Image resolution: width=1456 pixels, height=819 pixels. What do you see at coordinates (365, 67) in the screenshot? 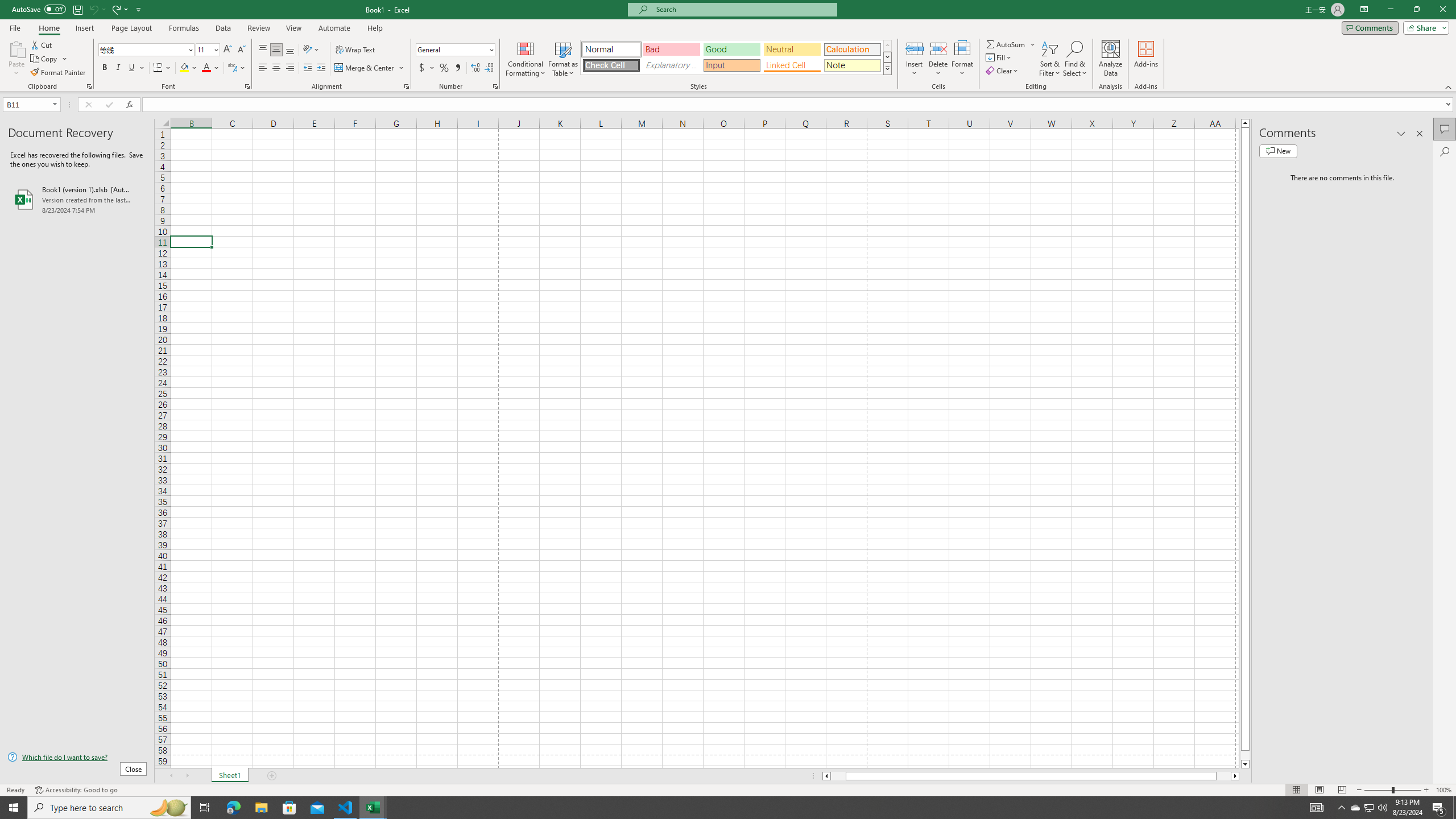
I see `'Merge & Center'` at bounding box center [365, 67].